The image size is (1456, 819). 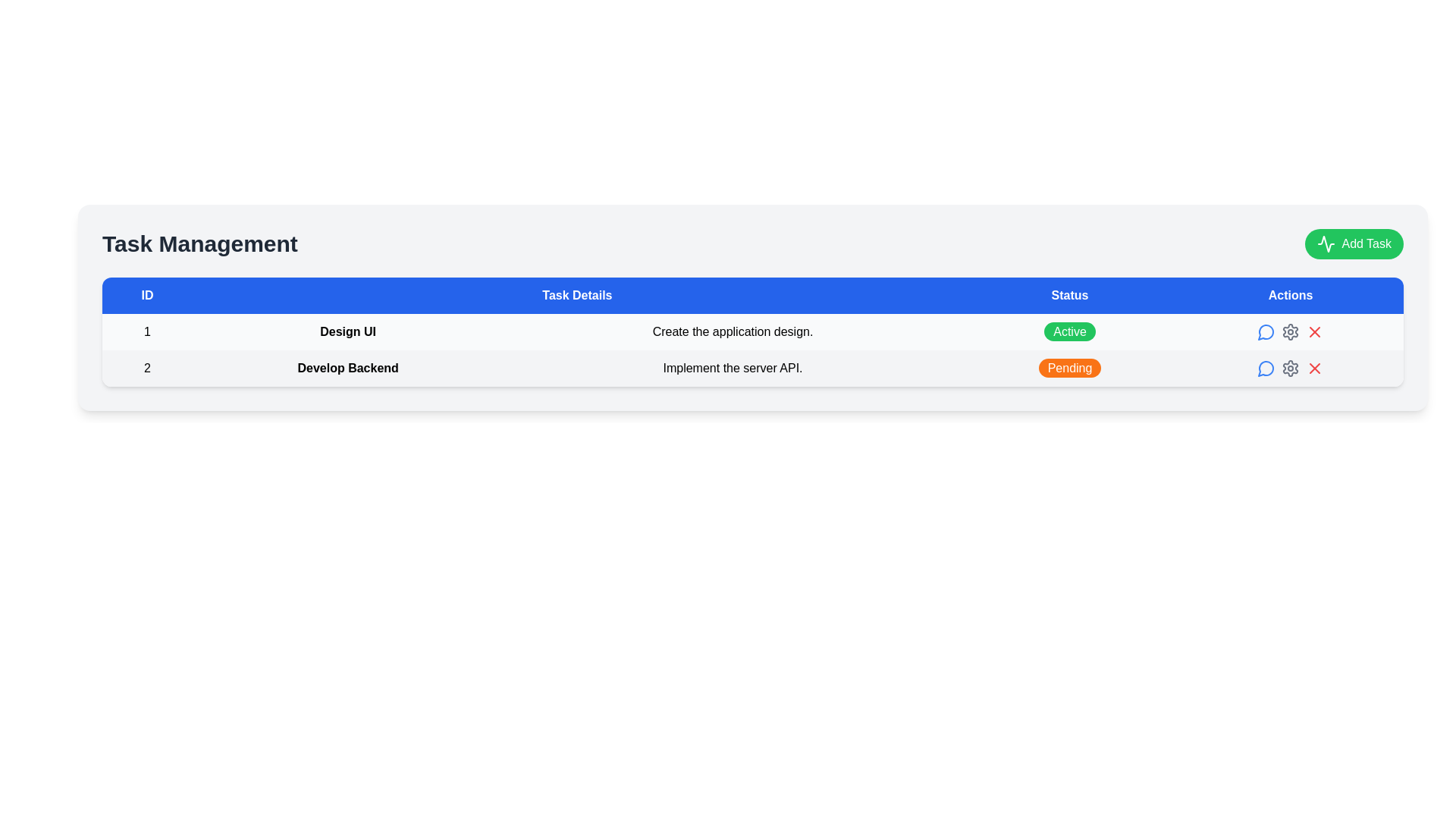 I want to click on the bold text 'Design UI' located in the first row of the 'Task Details' column of the table, which is surrounded by the '1' identifier on the left and the text 'Create the application design.' on the right, so click(x=347, y=331).